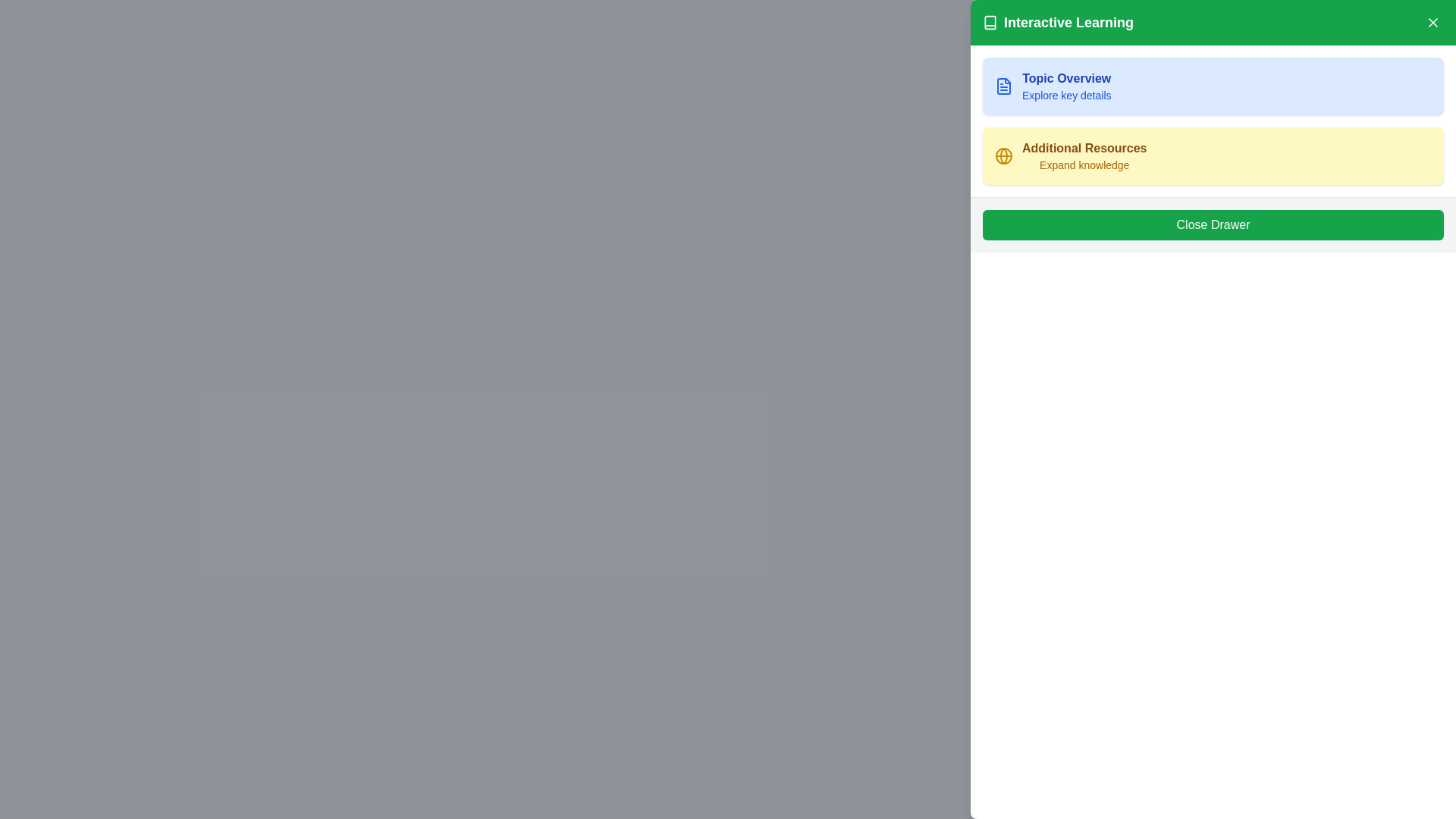 This screenshot has width=1456, height=819. Describe the element at coordinates (1004, 86) in the screenshot. I see `the file document icon with a blue outline located in the 'Topic Overview' card, adjacent to the text labeled 'Topic Overview' and the subtitle 'Explore key details'` at that location.